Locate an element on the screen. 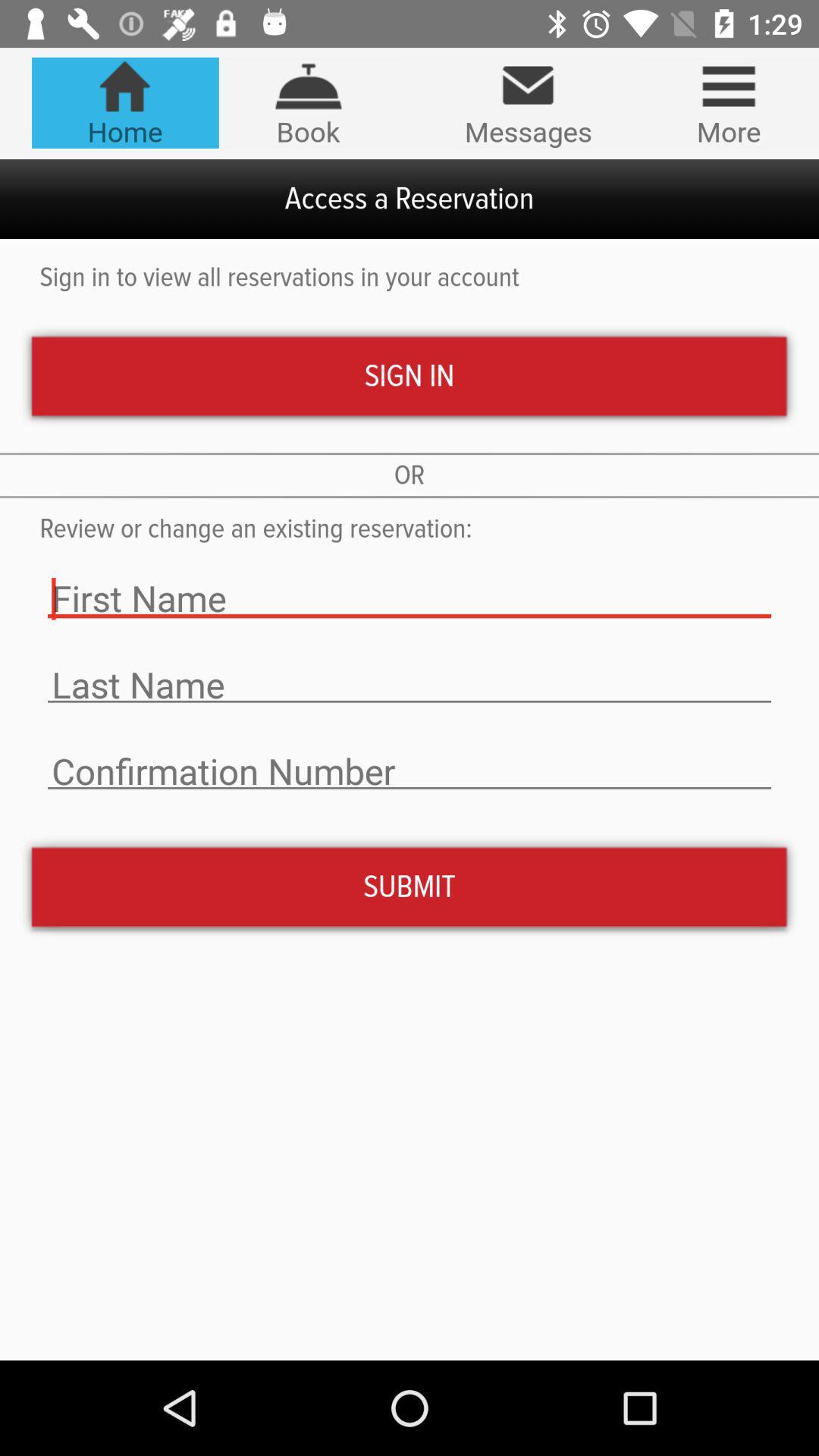 Image resolution: width=819 pixels, height=1456 pixels. item above access a reservation icon is located at coordinates (307, 102).